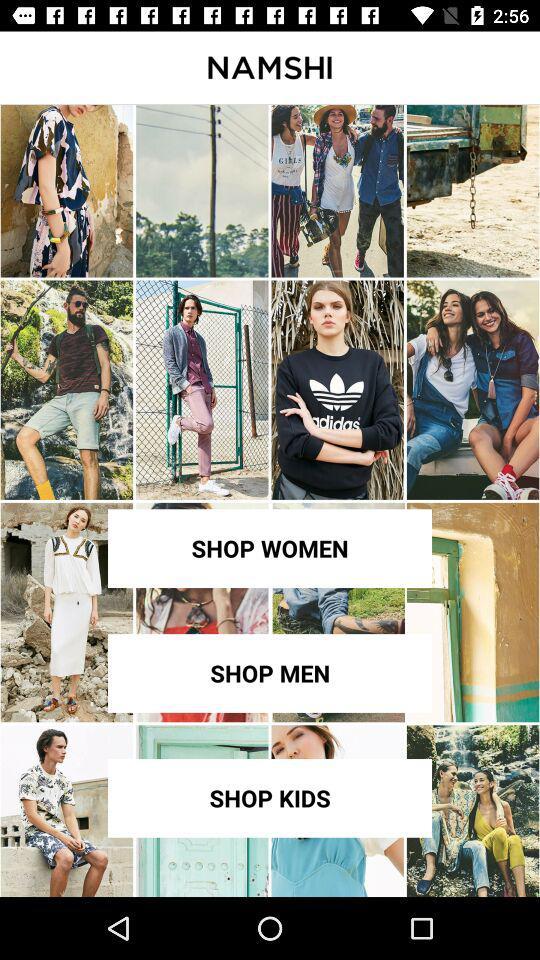 The image size is (540, 960). I want to click on the shop kids, so click(270, 798).